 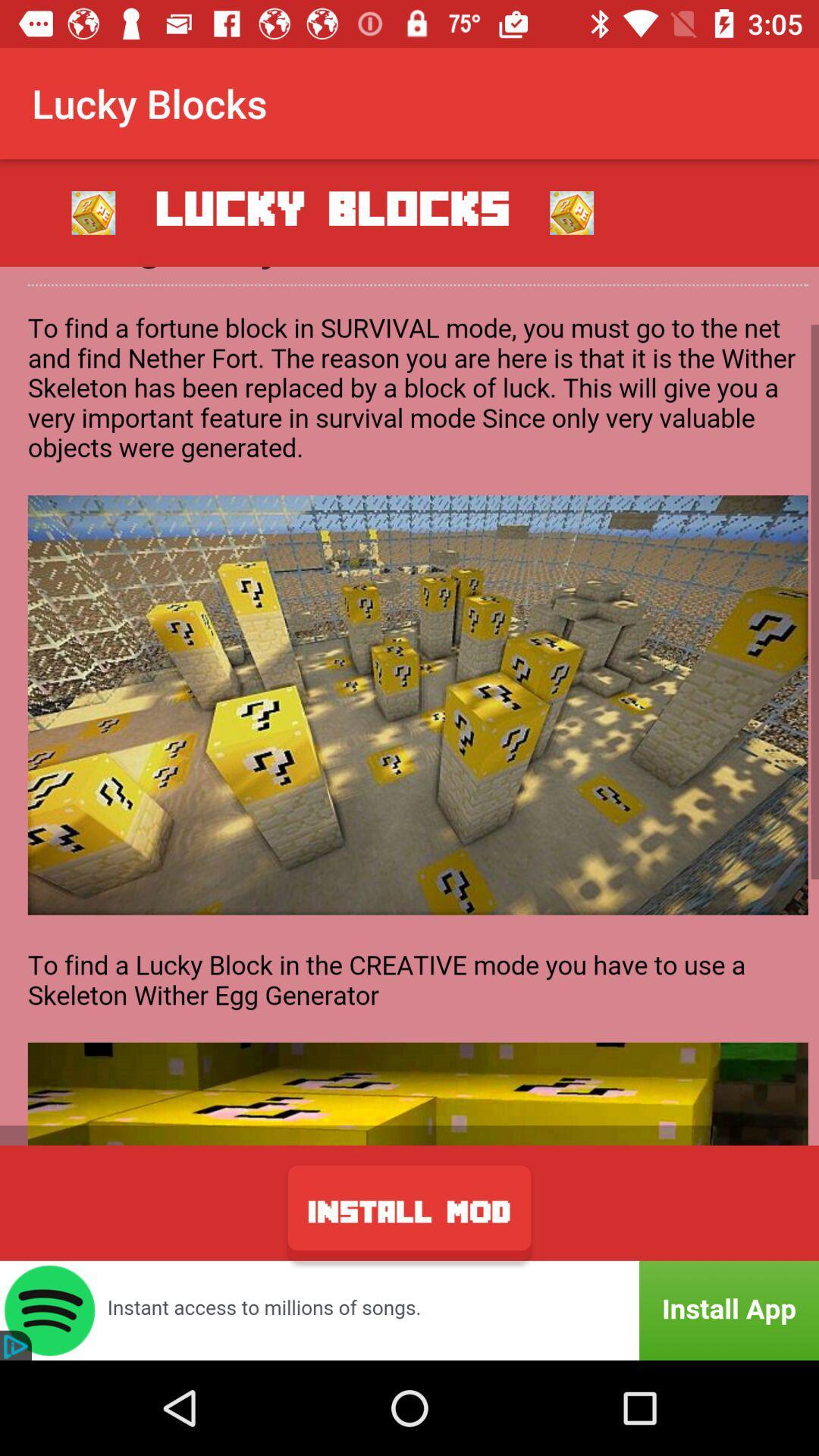 What do you see at coordinates (409, 705) in the screenshot?
I see `share the article` at bounding box center [409, 705].